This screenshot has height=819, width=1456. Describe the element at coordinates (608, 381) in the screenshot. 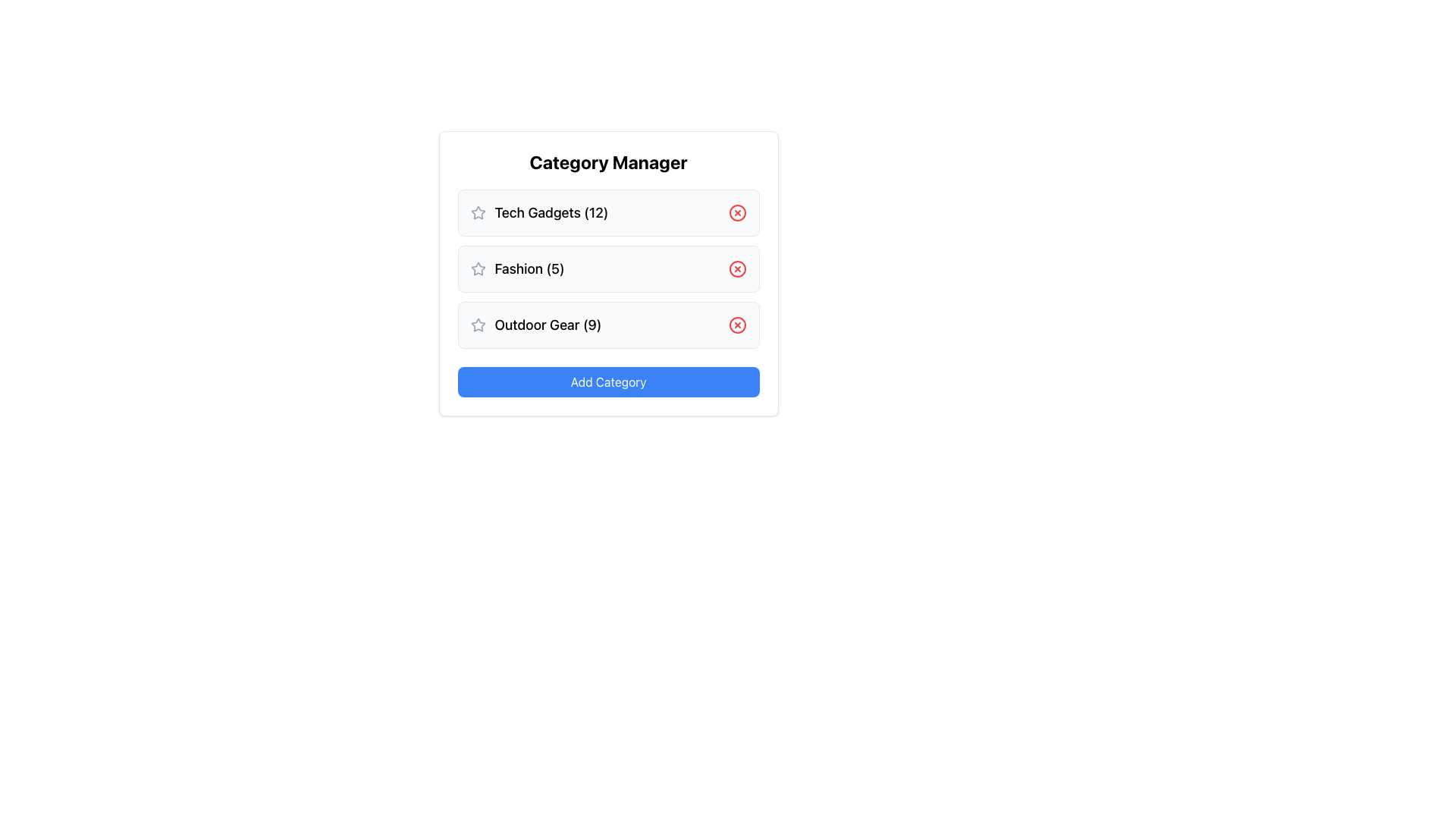

I see `the 'Add New Category' button located at the bottom of the 'Category Manager' card` at that location.